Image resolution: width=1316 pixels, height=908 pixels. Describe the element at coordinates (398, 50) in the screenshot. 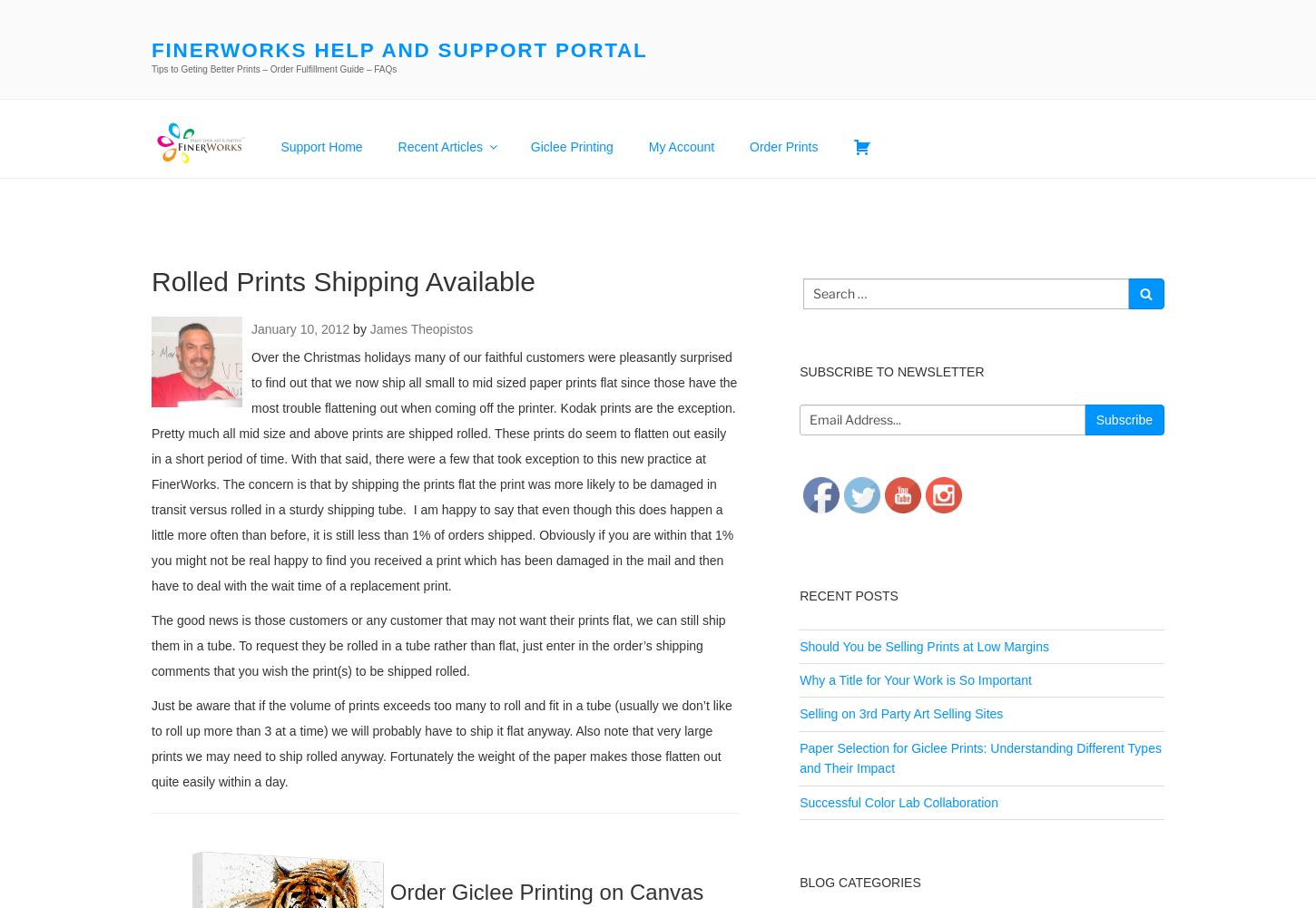

I see `'FinerWorks Help and Support Portal'` at that location.